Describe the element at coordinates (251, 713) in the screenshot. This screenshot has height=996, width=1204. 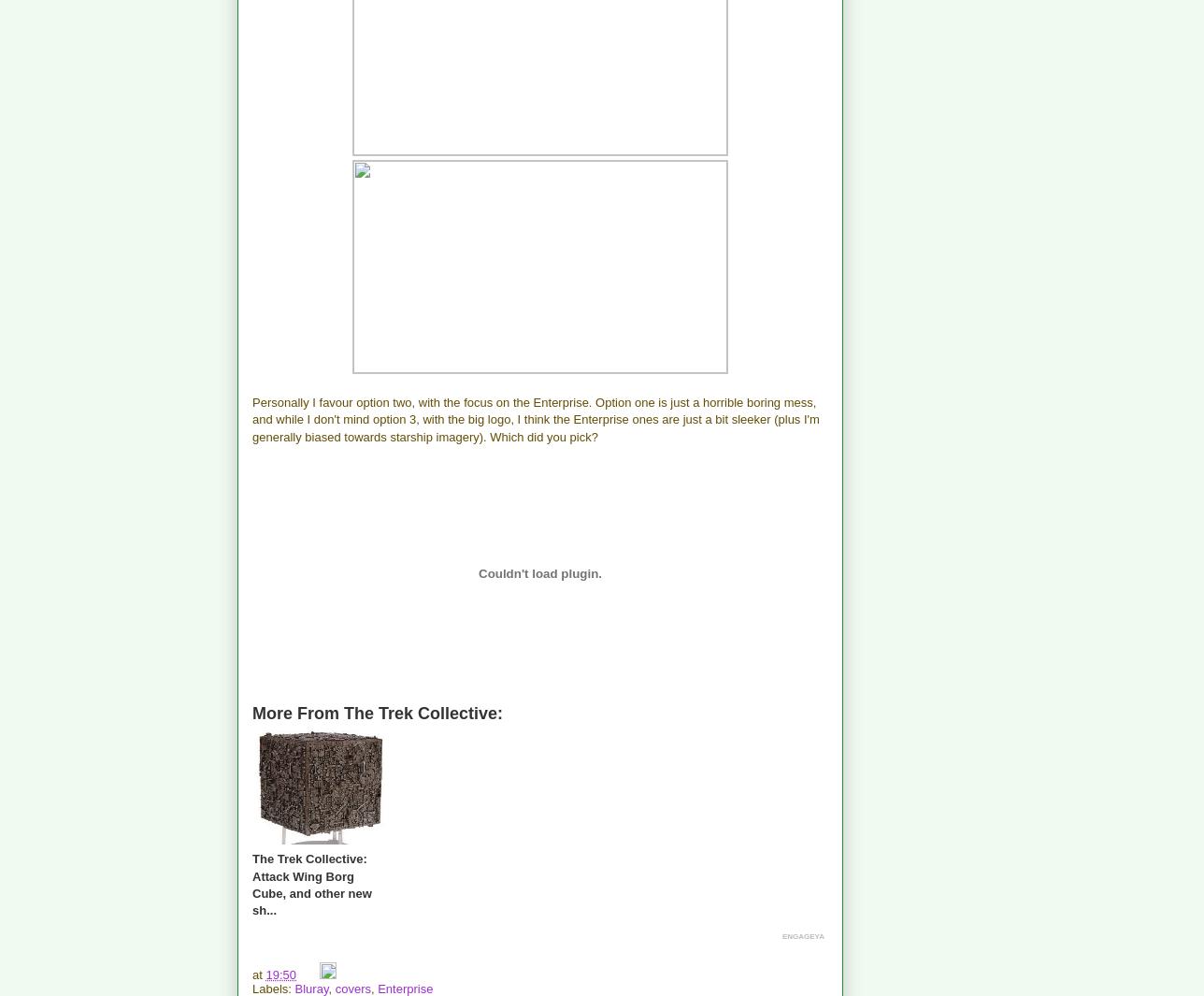
I see `'More From The Trek Collective:'` at that location.